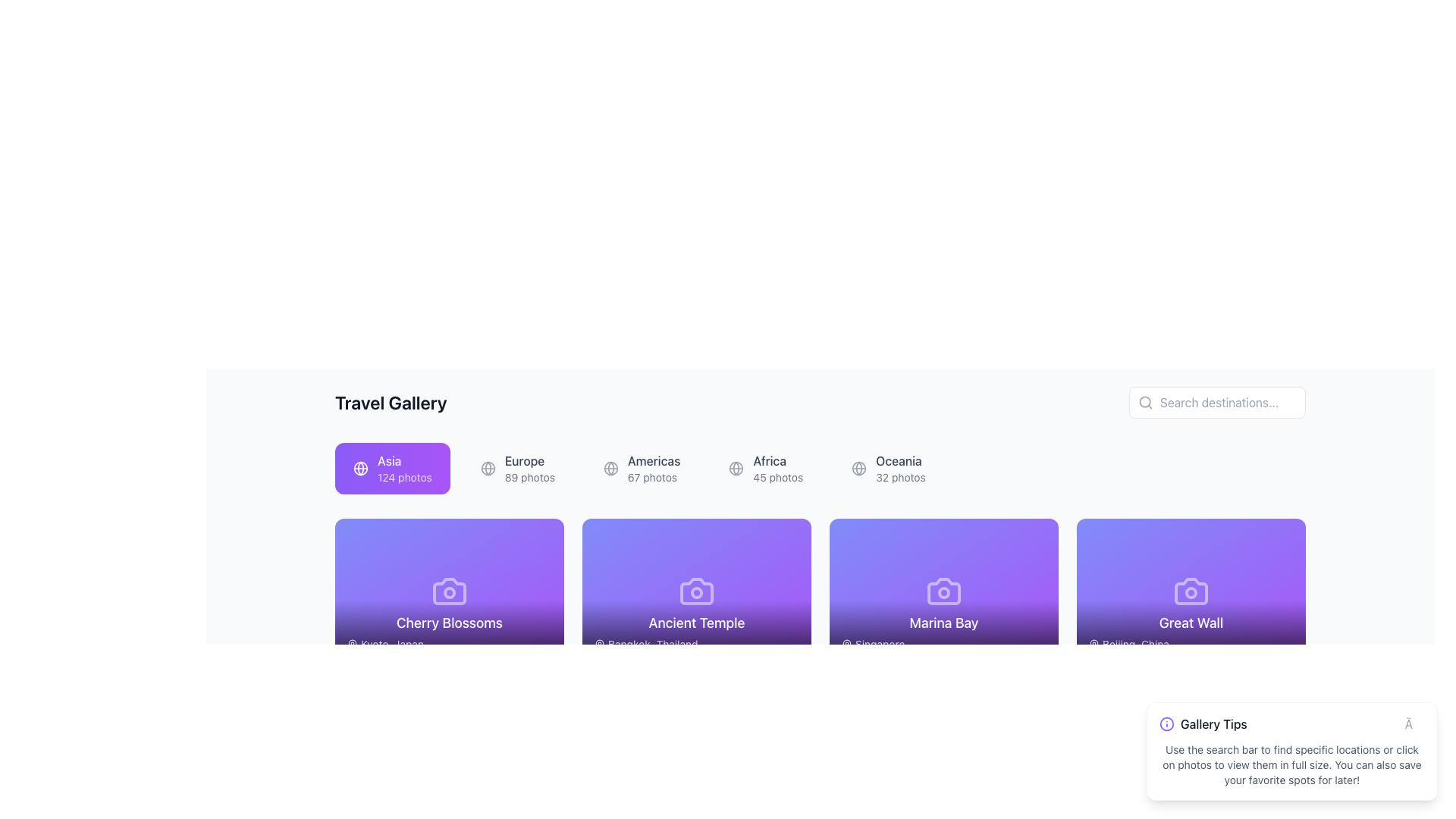  I want to click on the Informational text block that provides information about the name and location of a travel destination, positioned at the bottom of a card within a grid layout, so click(1190, 632).